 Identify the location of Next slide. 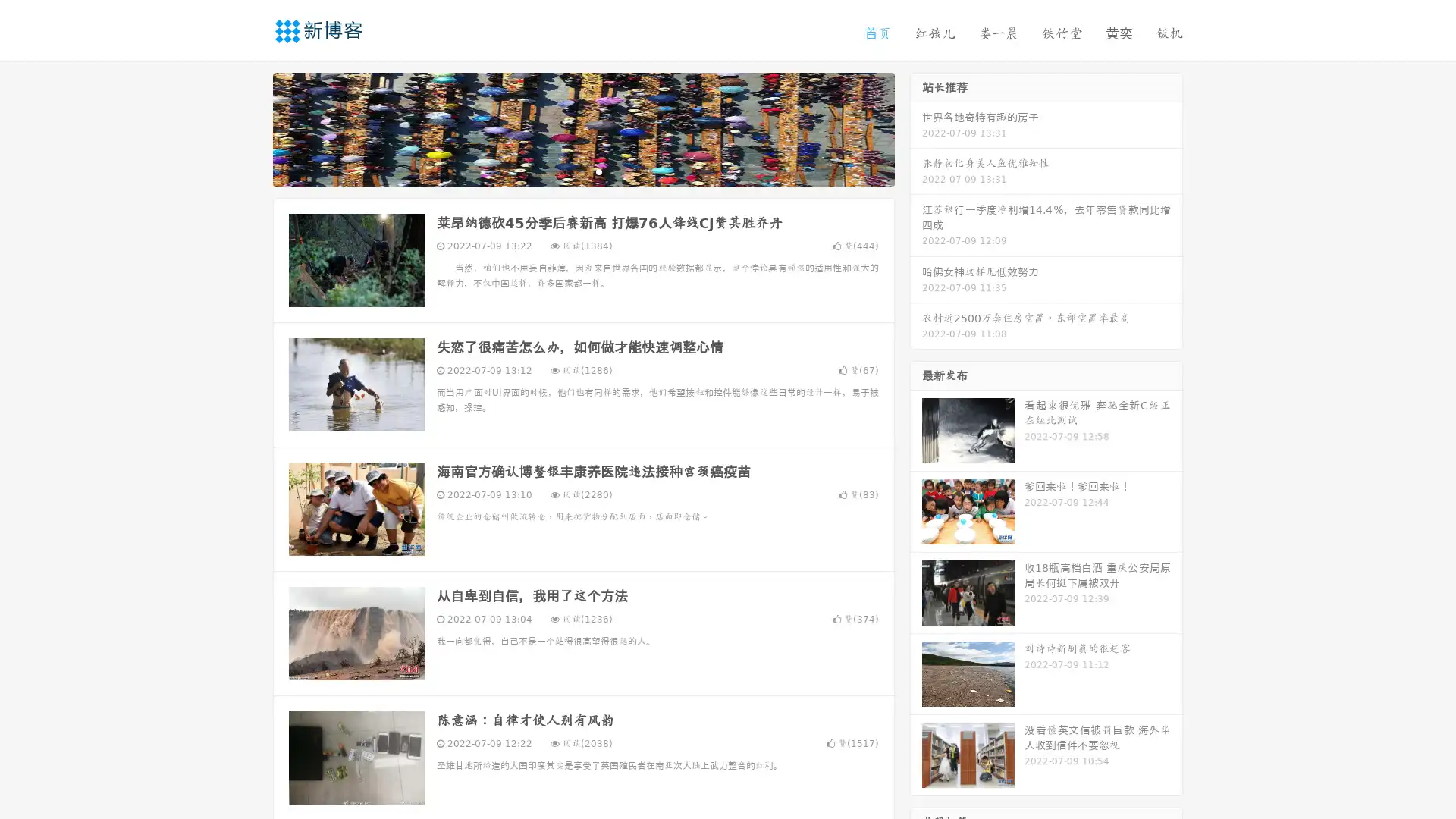
(916, 127).